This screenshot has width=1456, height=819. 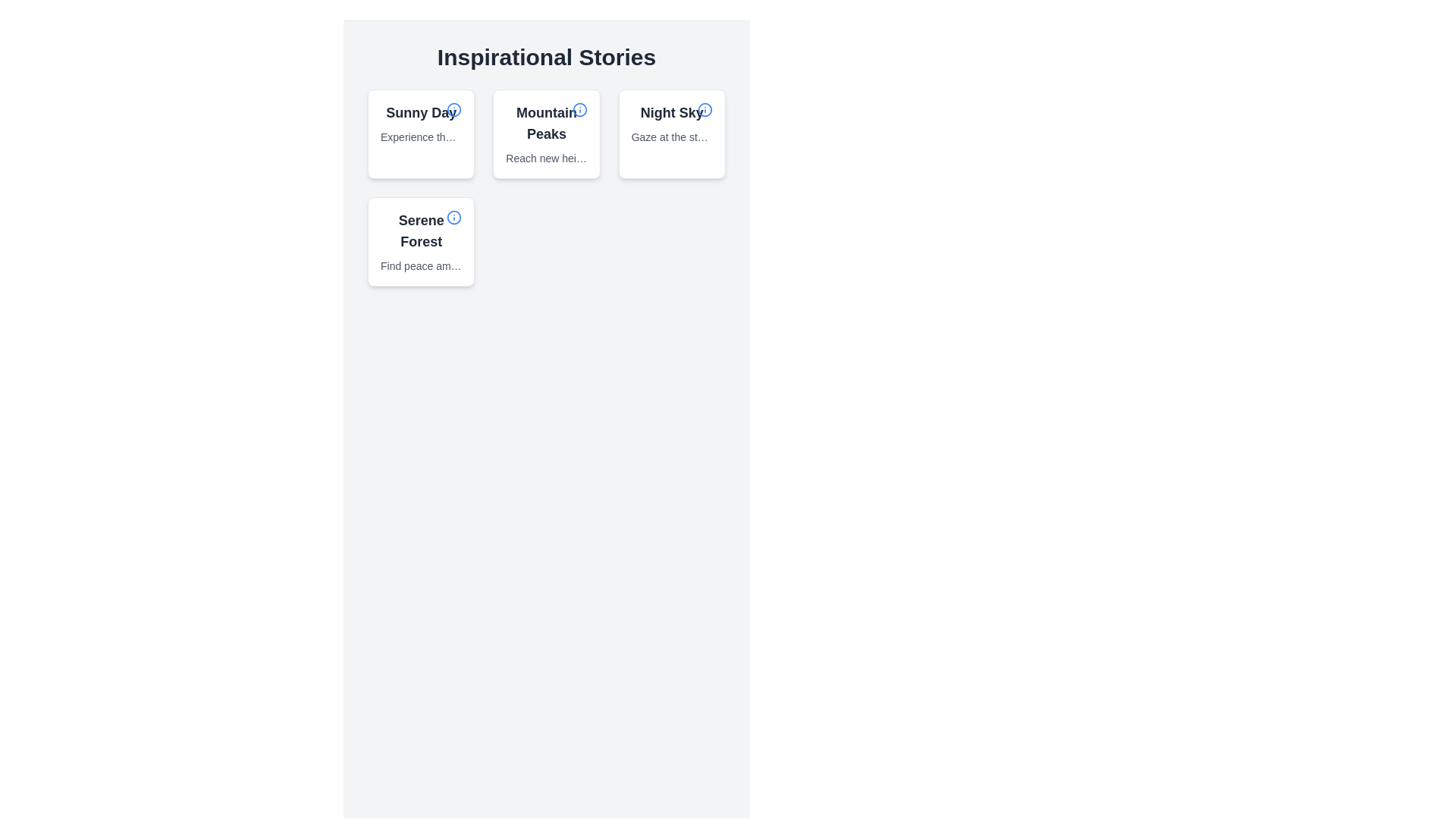 I want to click on brief description provided by the Text label positioned below the title 'Night Sky' within the top-right corner of the card layout, so click(x=671, y=137).